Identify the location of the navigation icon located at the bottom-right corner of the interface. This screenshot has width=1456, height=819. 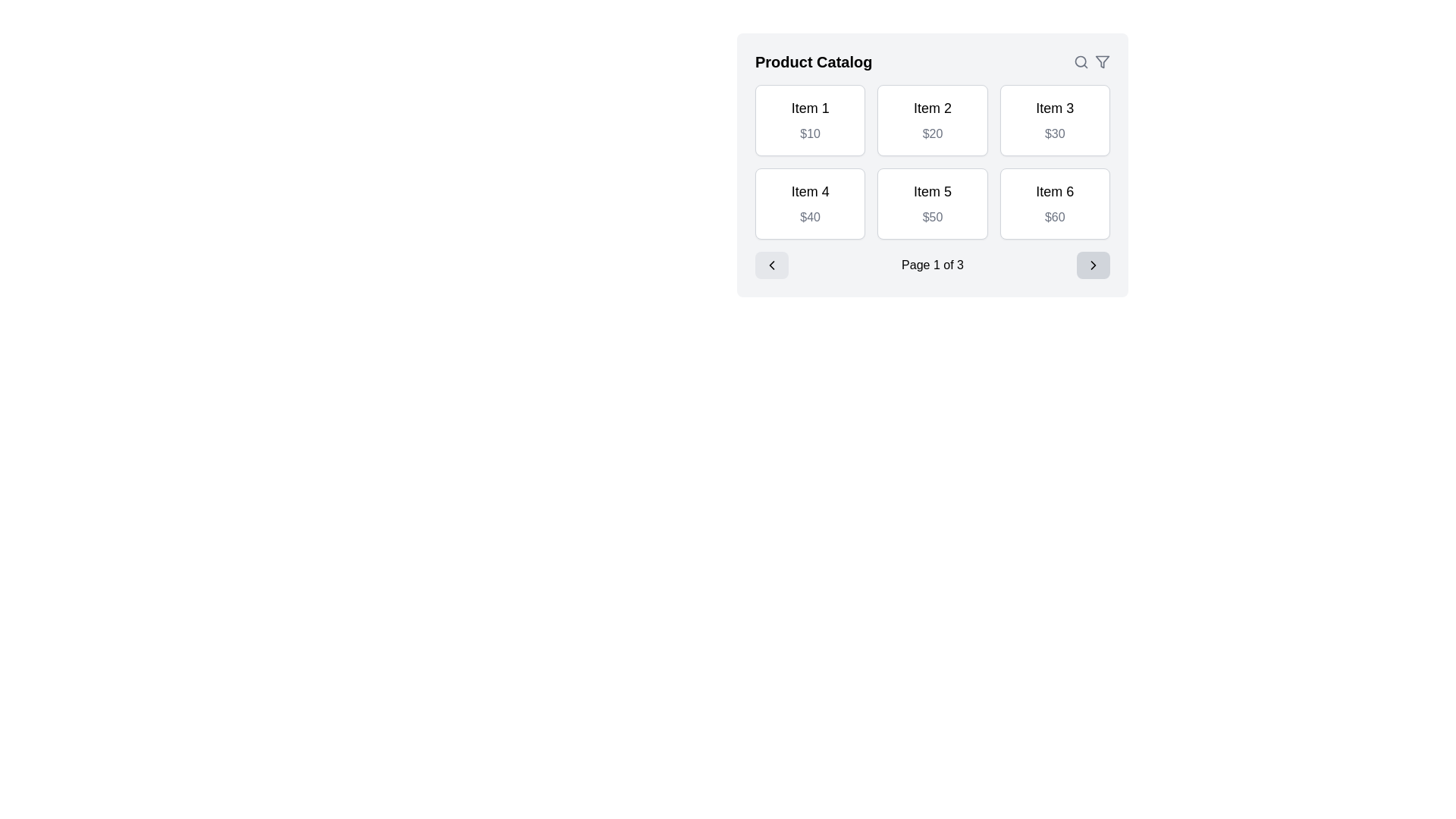
(1093, 265).